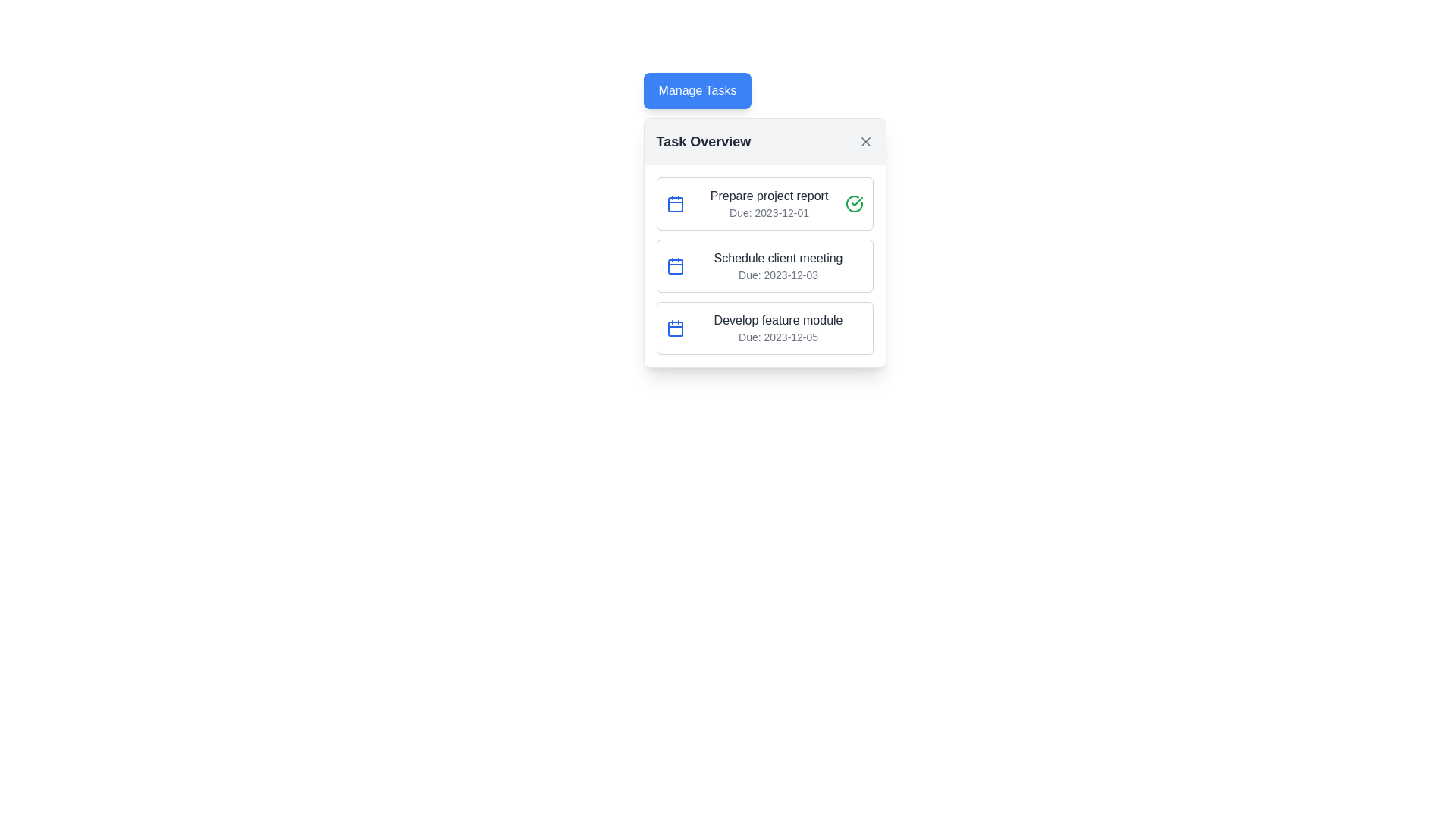 Image resolution: width=1456 pixels, height=819 pixels. What do you see at coordinates (778, 275) in the screenshot?
I see `due date value displayed in the text label located below the title text 'Schedule client meeting' in the second task entry of the 'Task Overview' card` at bounding box center [778, 275].